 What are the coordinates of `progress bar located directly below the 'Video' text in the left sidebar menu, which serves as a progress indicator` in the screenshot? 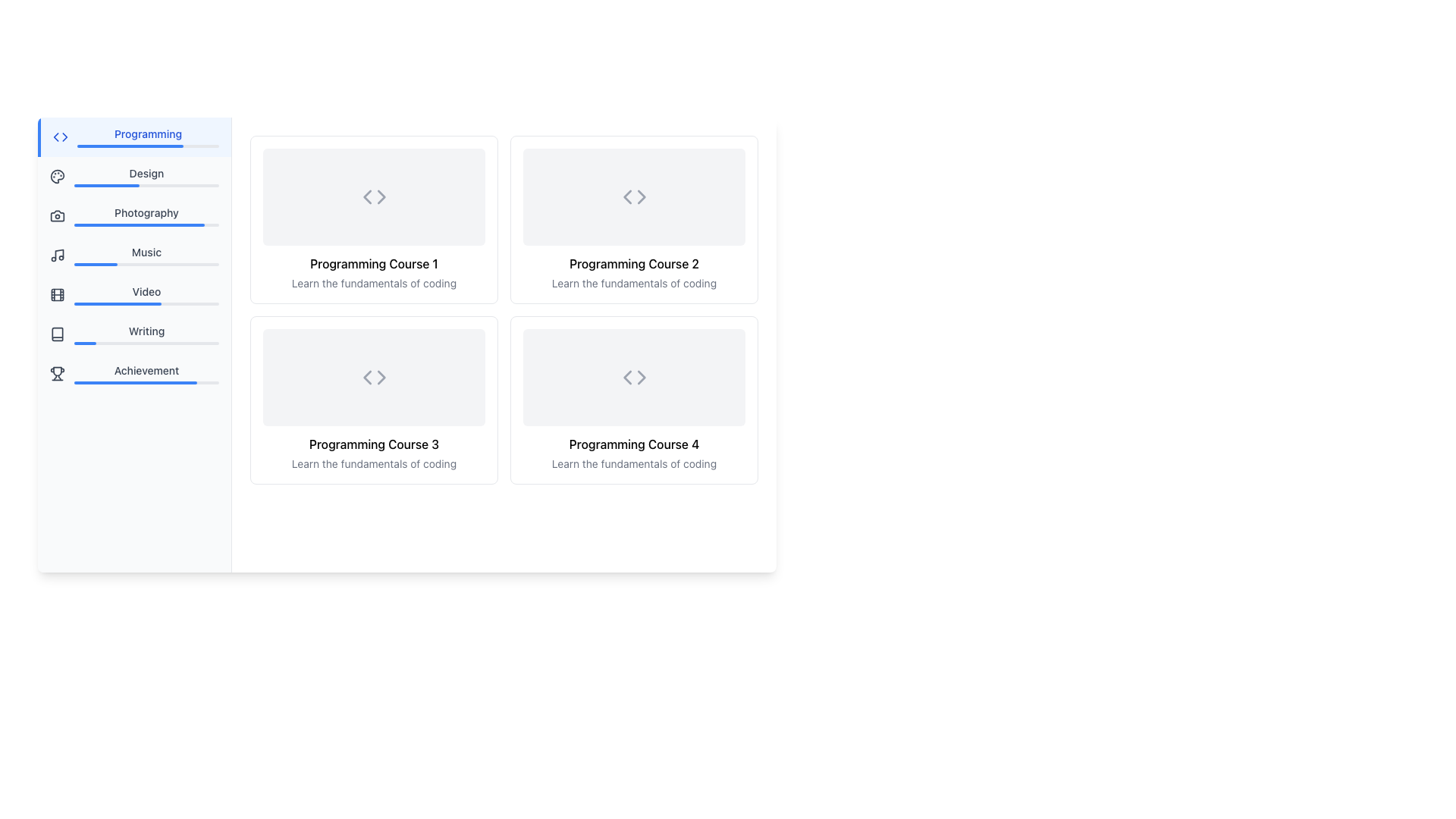 It's located at (146, 304).